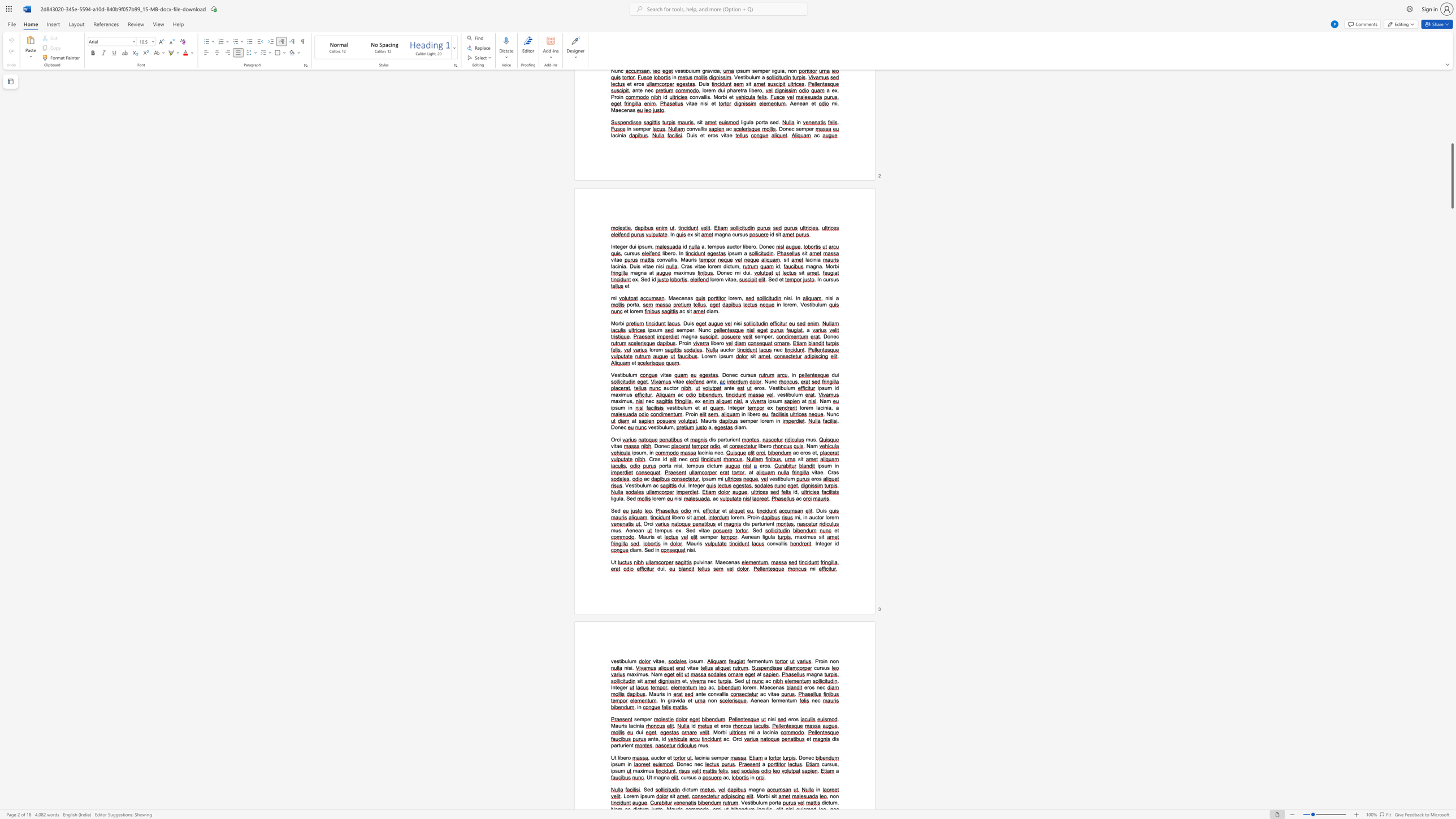 Image resolution: width=1456 pixels, height=819 pixels. What do you see at coordinates (654, 459) in the screenshot?
I see `the space between the continuous character "r" and "a" in the text` at bounding box center [654, 459].